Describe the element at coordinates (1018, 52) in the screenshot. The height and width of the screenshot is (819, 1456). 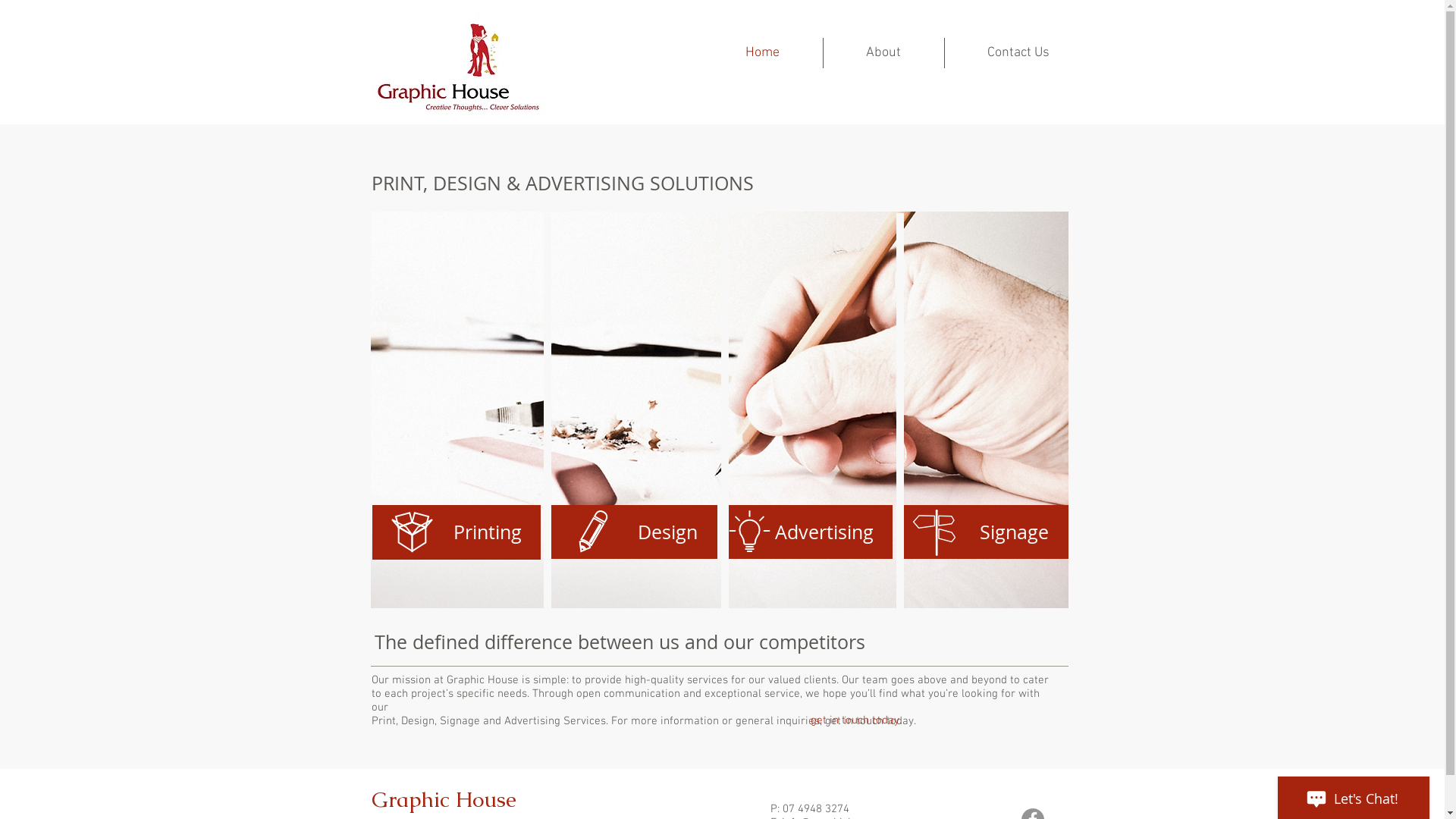
I see `'Contact Us'` at that location.